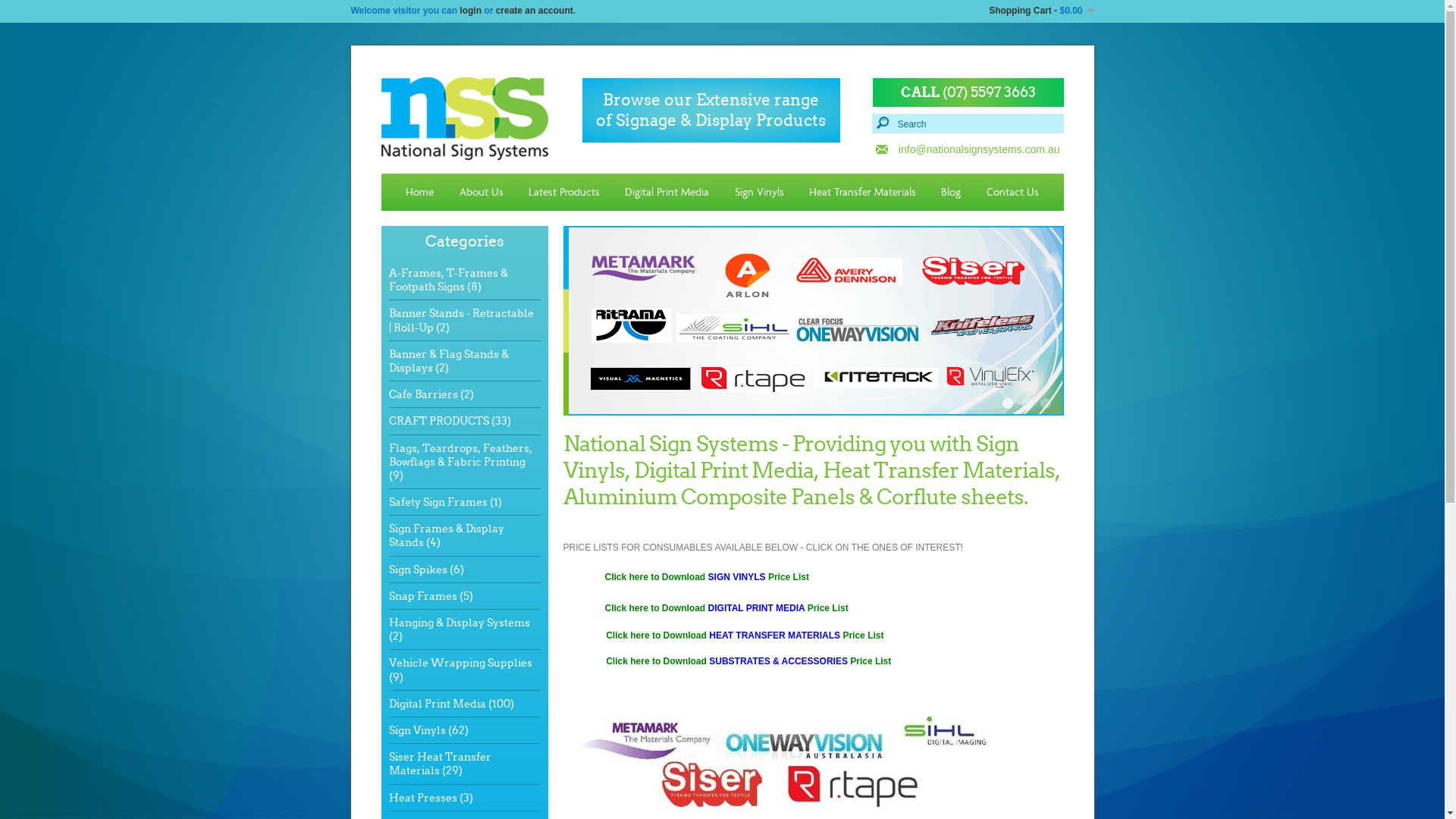 This screenshot has height=819, width=1456. What do you see at coordinates (447, 280) in the screenshot?
I see `'A-Frames, T-Frames & Footpath Signs (8)'` at bounding box center [447, 280].